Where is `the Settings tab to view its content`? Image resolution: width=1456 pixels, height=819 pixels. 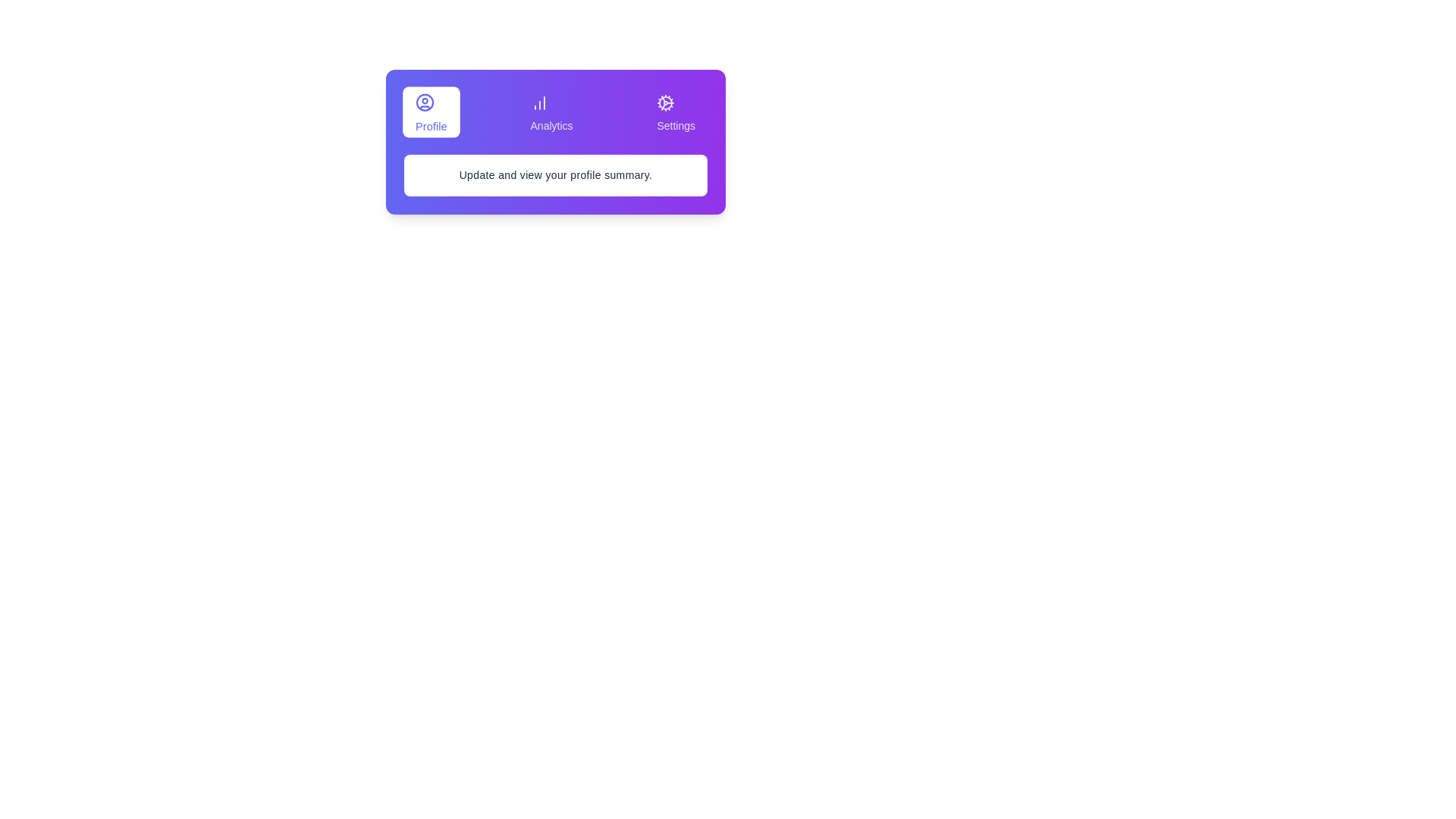 the Settings tab to view its content is located at coordinates (675, 111).